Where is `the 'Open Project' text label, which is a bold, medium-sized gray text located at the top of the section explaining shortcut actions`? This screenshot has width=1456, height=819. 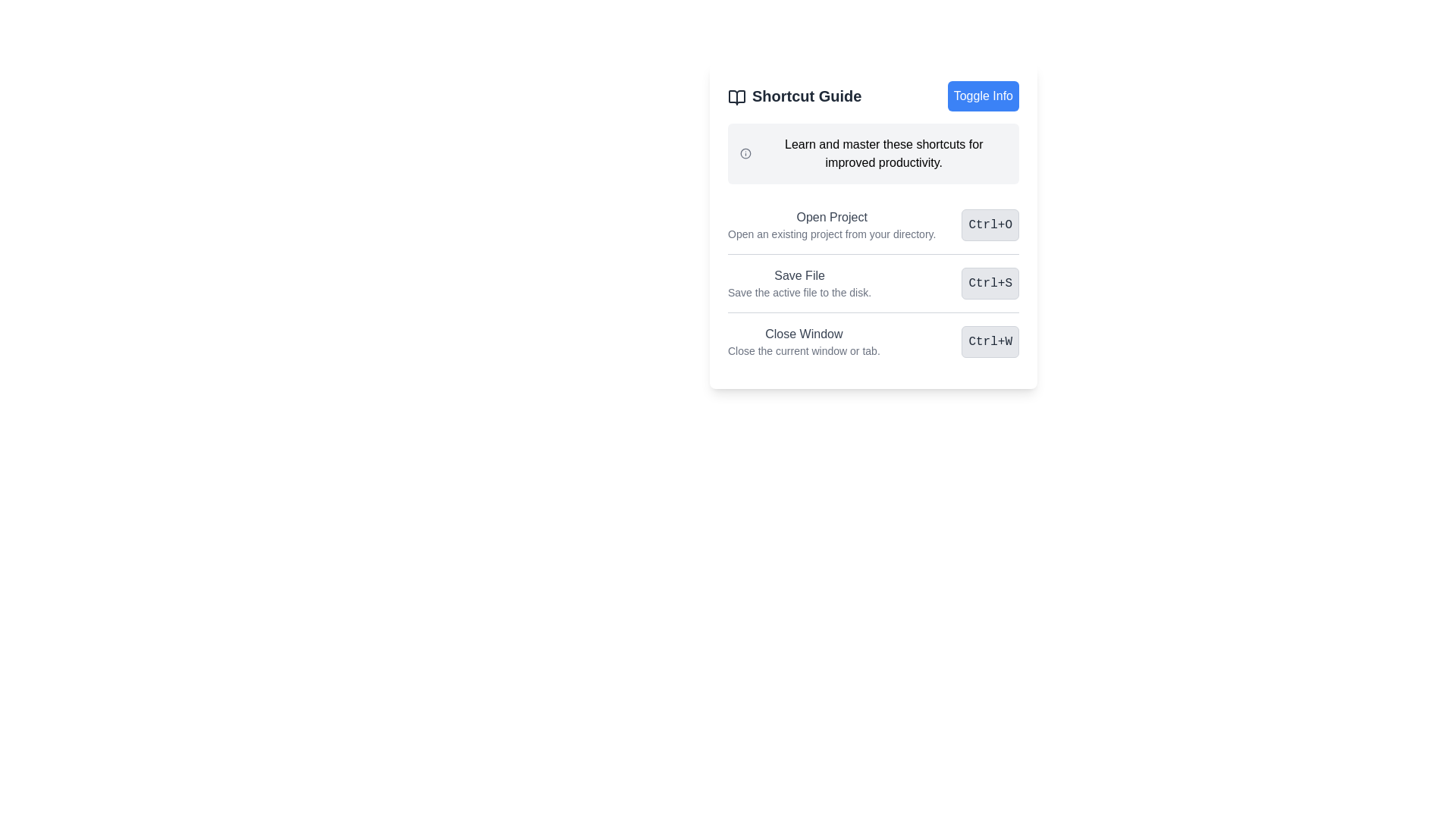
the 'Open Project' text label, which is a bold, medium-sized gray text located at the top of the section explaining shortcut actions is located at coordinates (831, 217).